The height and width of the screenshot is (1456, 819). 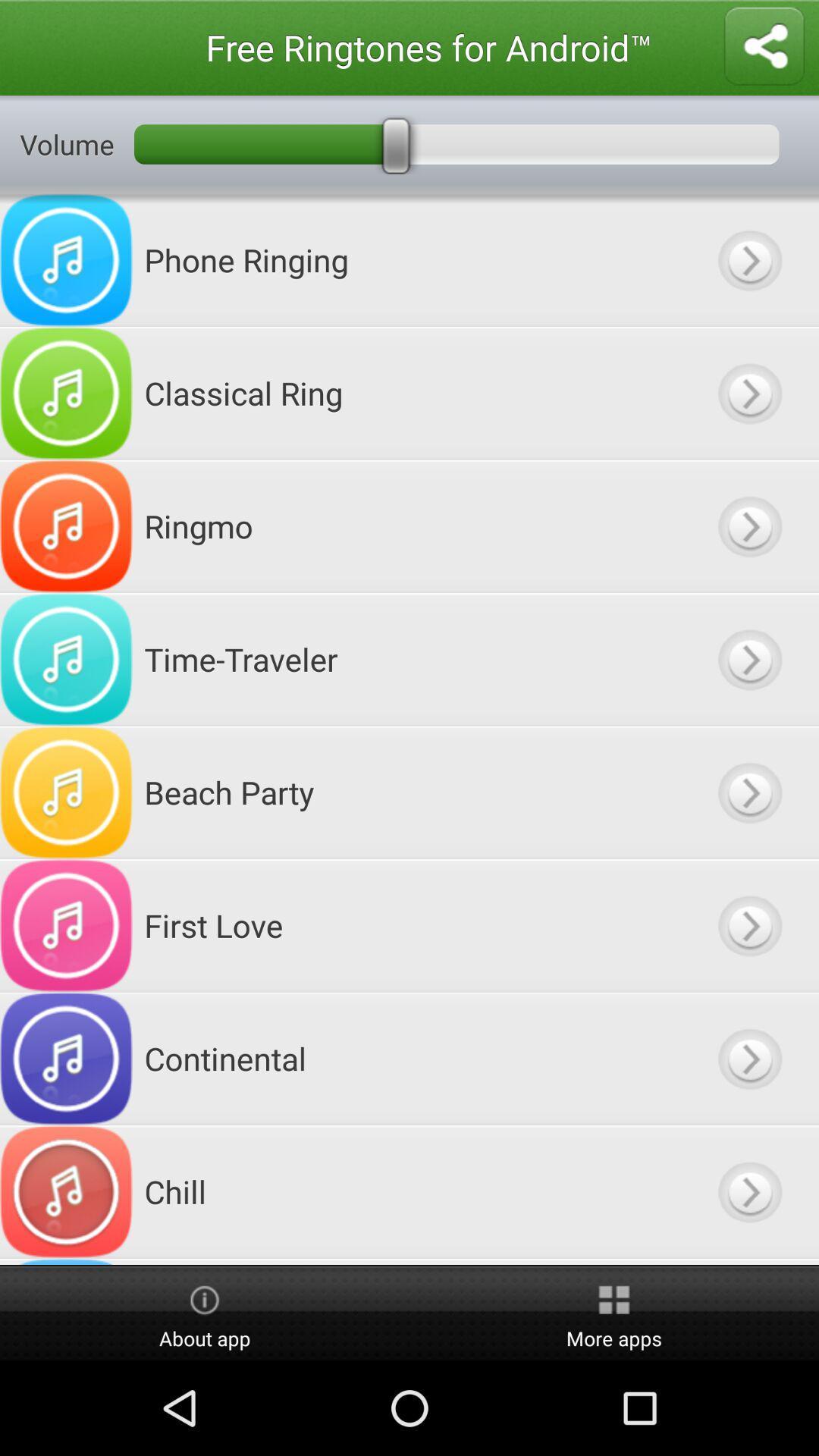 I want to click on music, so click(x=748, y=1058).